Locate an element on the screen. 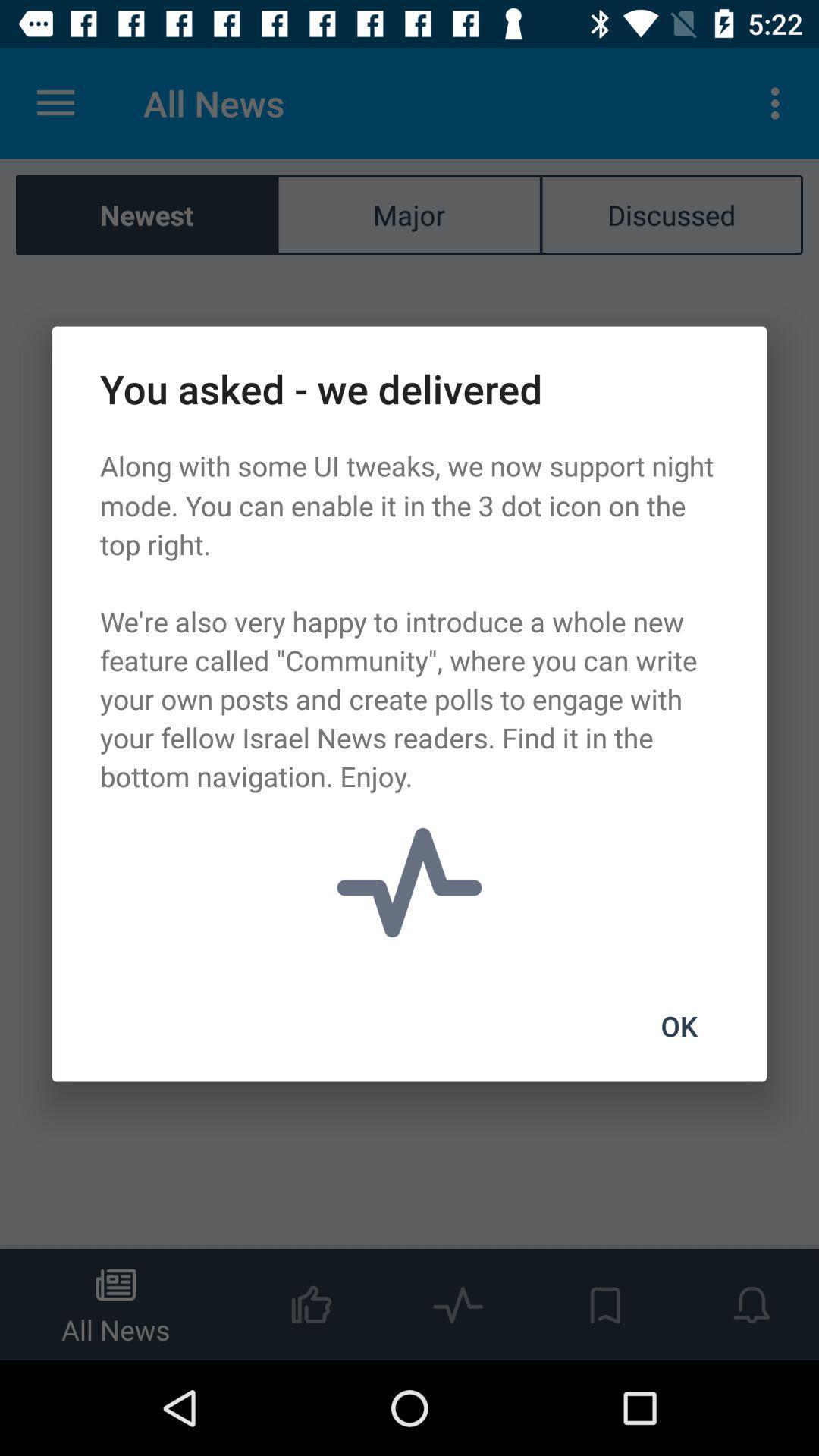 This screenshot has height=1456, width=819. ok is located at coordinates (678, 1026).